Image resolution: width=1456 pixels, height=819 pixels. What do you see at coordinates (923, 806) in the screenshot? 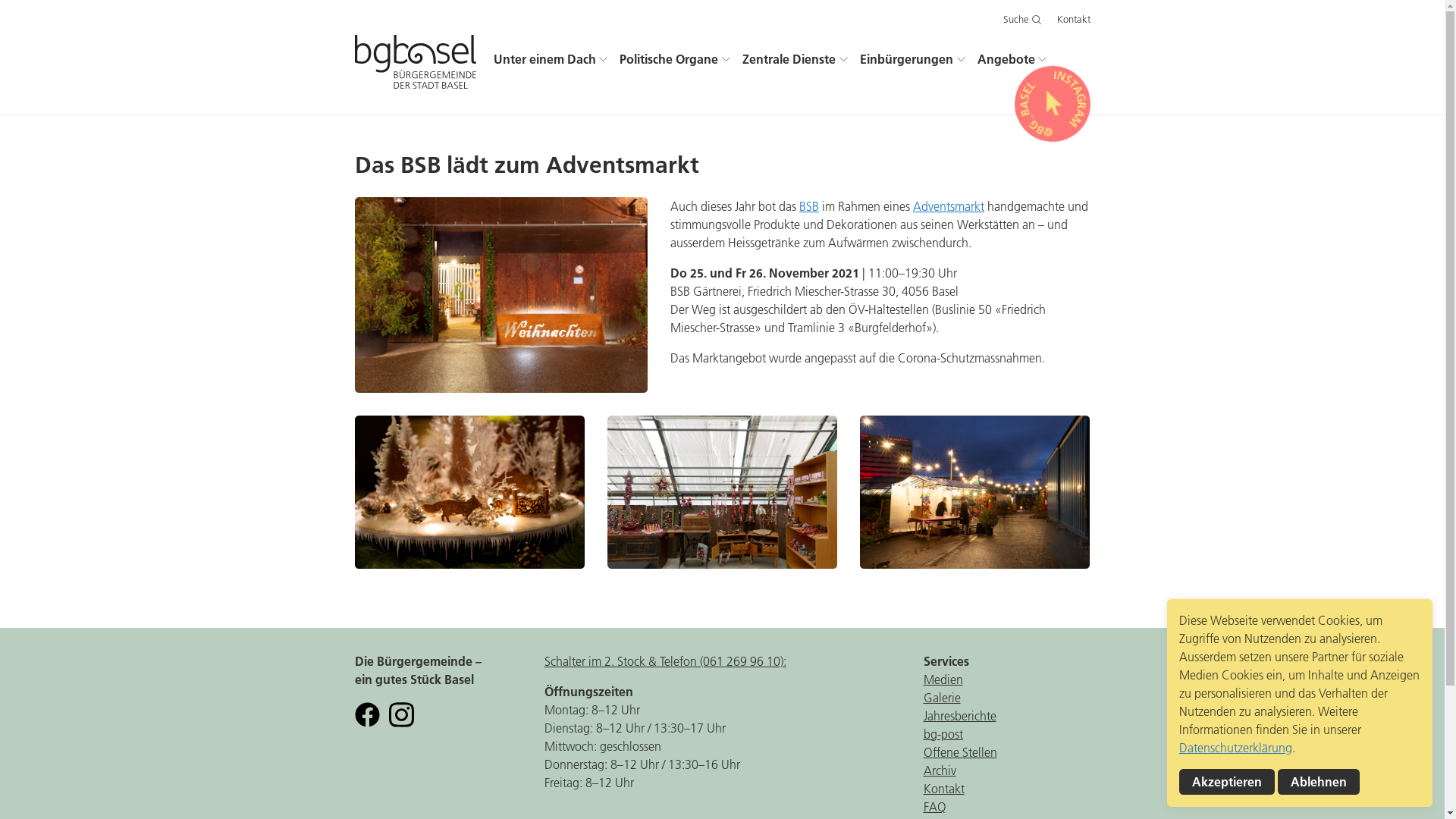
I see `'FAQ'` at bounding box center [923, 806].